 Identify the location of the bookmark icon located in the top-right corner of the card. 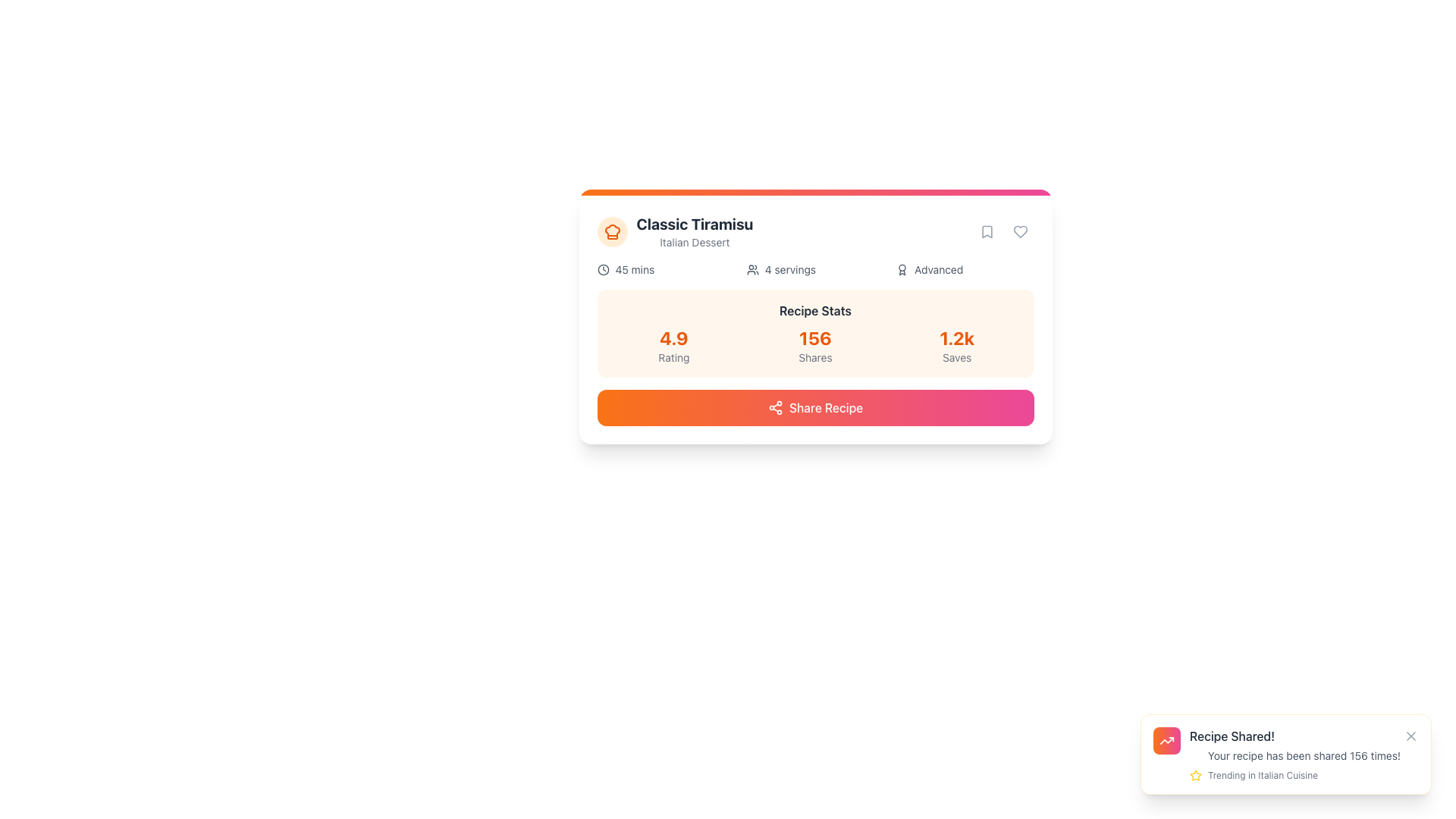
(987, 231).